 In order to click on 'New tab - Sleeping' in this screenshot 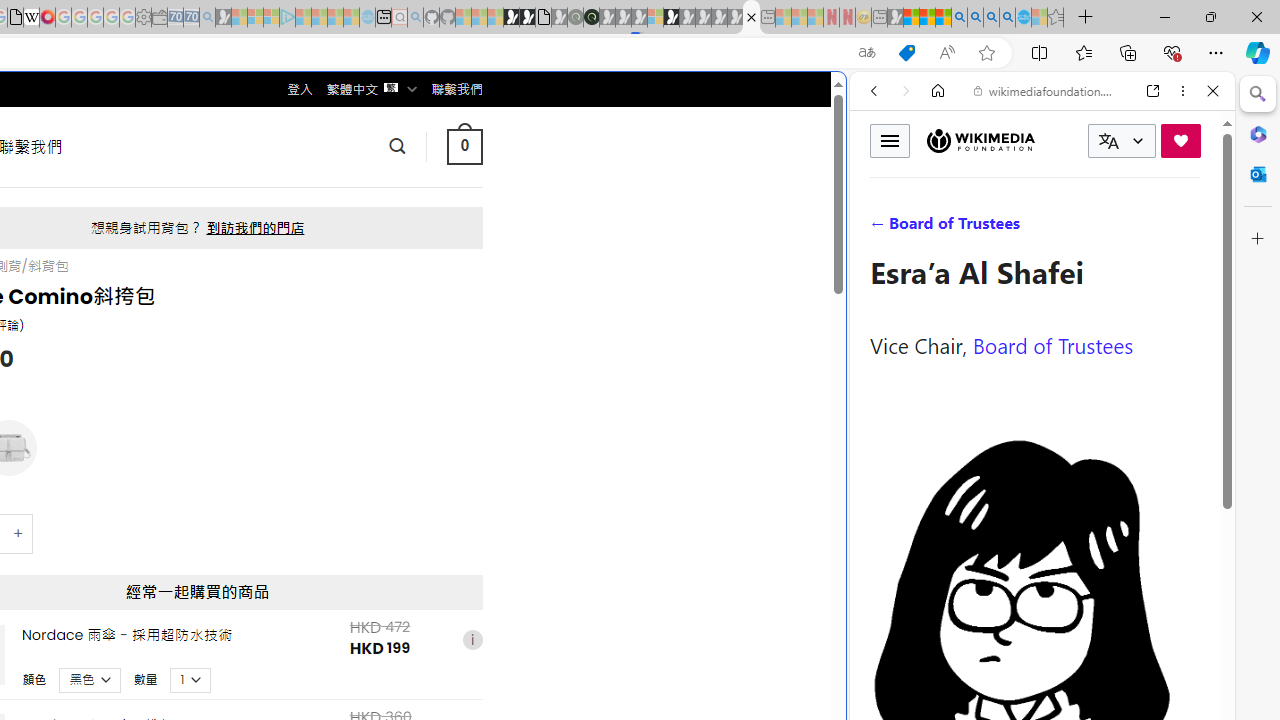, I will do `click(879, 17)`.